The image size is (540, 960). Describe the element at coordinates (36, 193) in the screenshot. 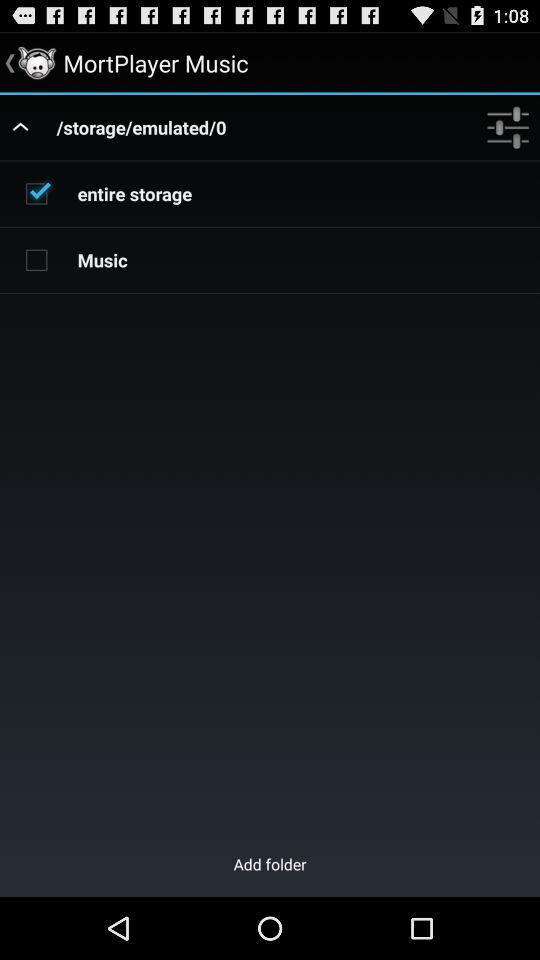

I see `box` at that location.